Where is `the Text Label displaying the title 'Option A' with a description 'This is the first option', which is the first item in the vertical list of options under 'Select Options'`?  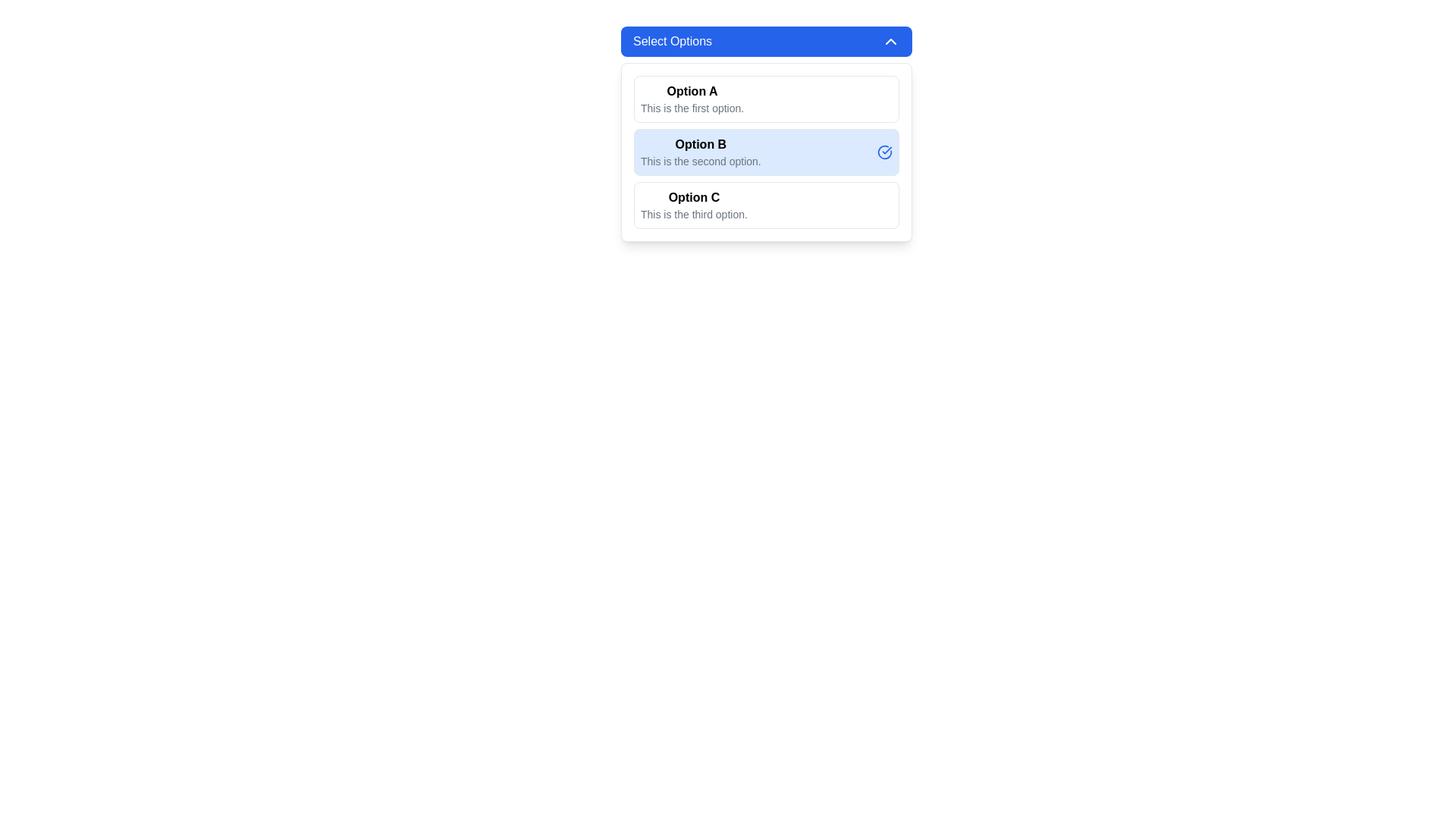 the Text Label displaying the title 'Option A' with a description 'This is the first option', which is the first item in the vertical list of options under 'Select Options' is located at coordinates (692, 99).